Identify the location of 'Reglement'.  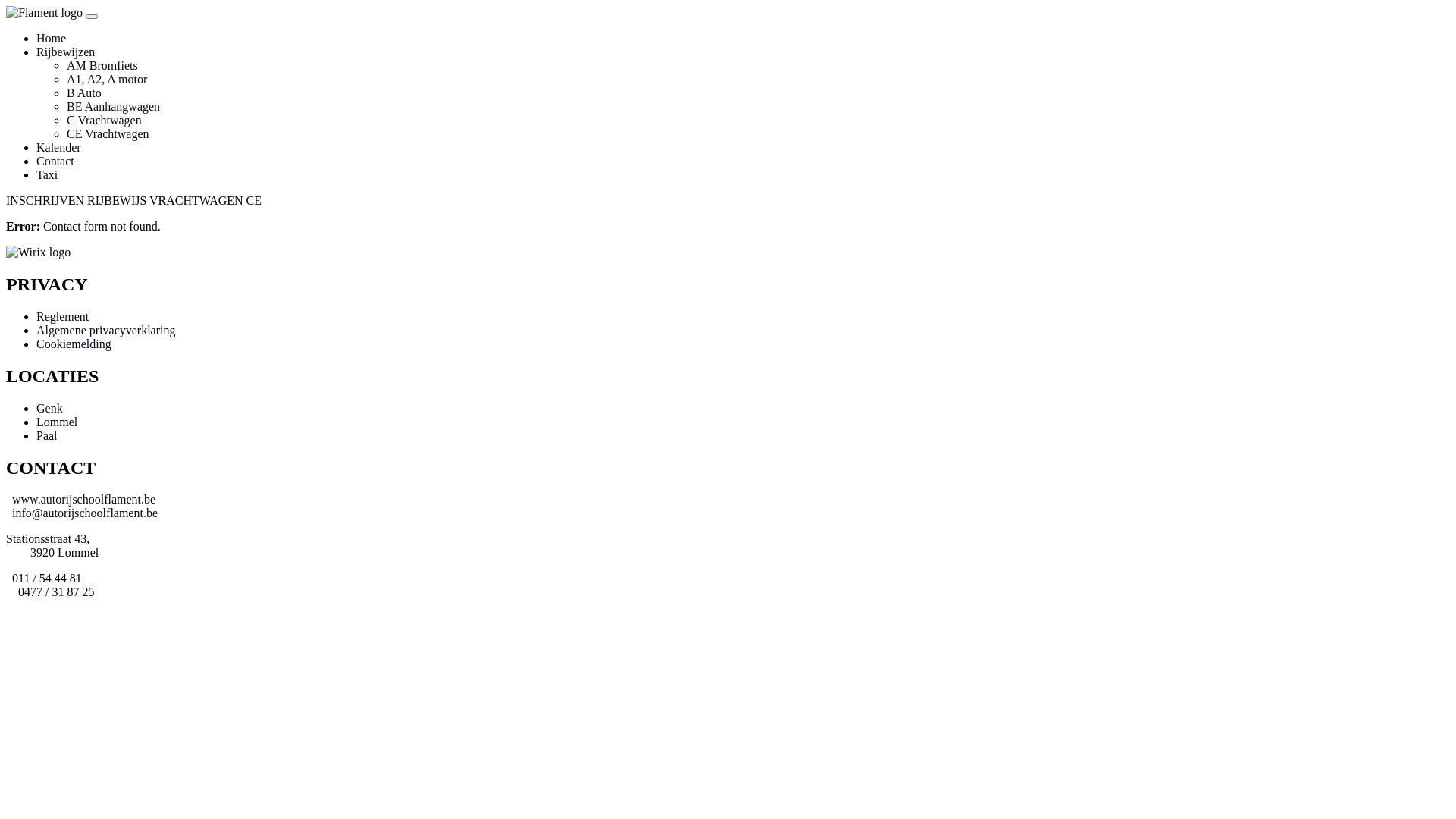
(61, 315).